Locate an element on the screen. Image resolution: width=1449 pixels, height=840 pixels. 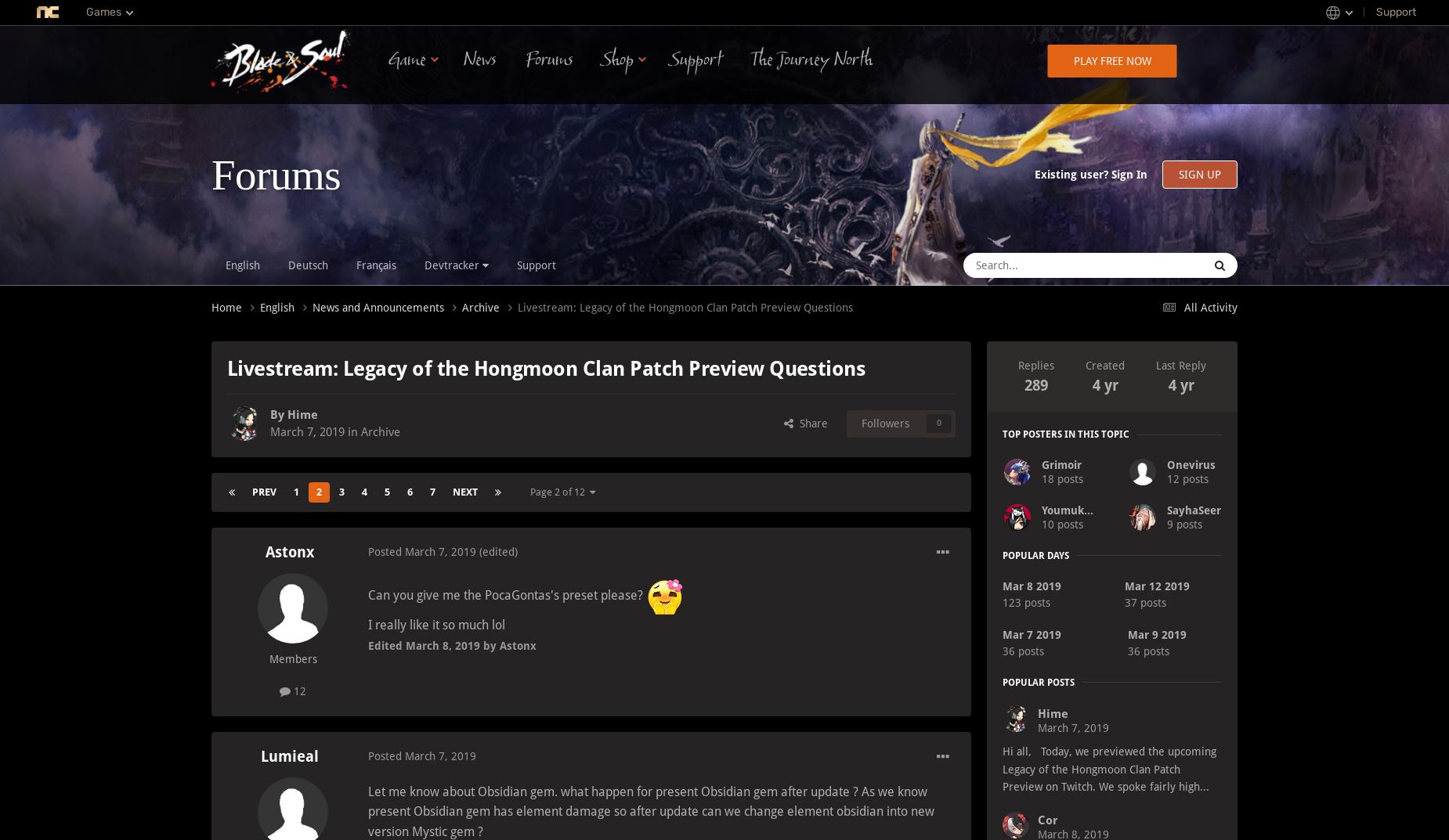
'37 posts' is located at coordinates (1145, 601).